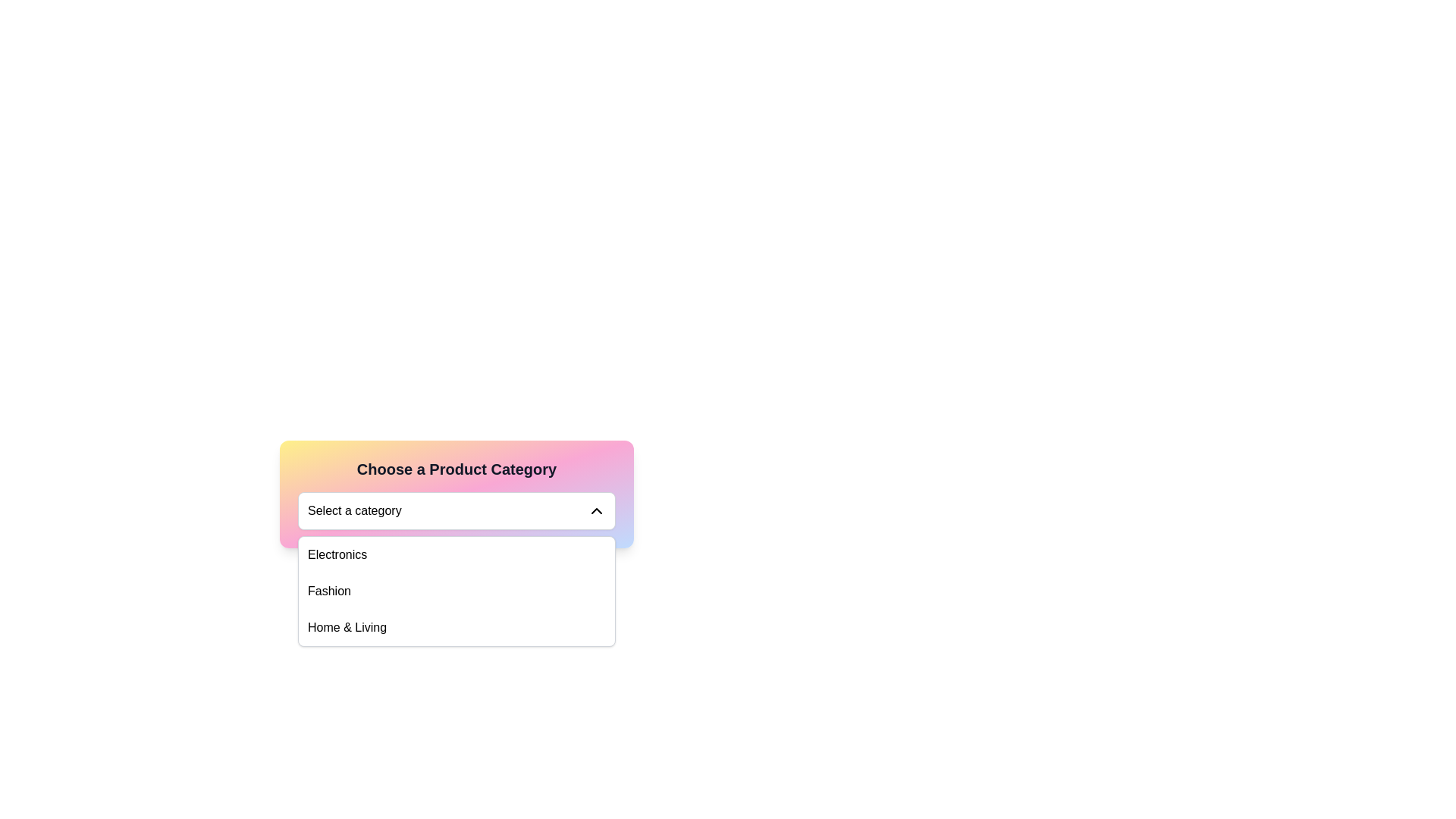  I want to click on the 'Home & Living' dropdown menu item, which is the third option in the 'Choose a Product Category' section, so click(347, 628).